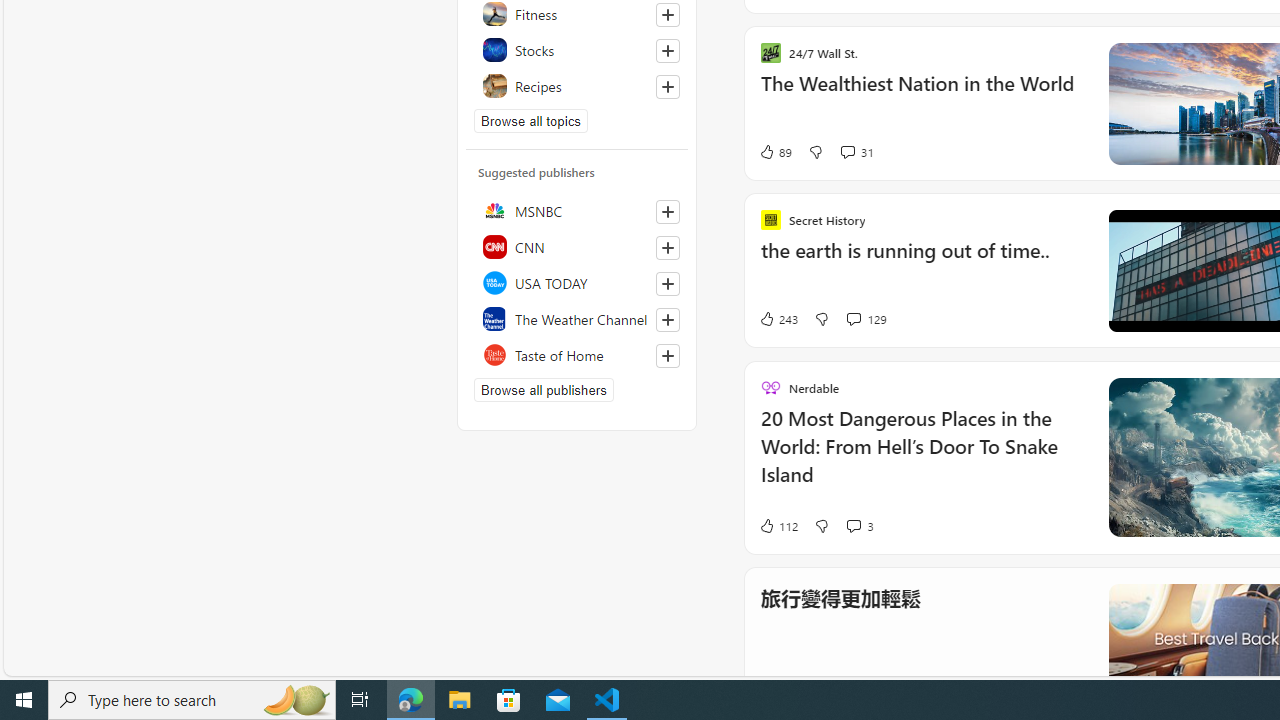 The height and width of the screenshot is (720, 1280). What do you see at coordinates (576, 210) in the screenshot?
I see `'MSNBC'` at bounding box center [576, 210].